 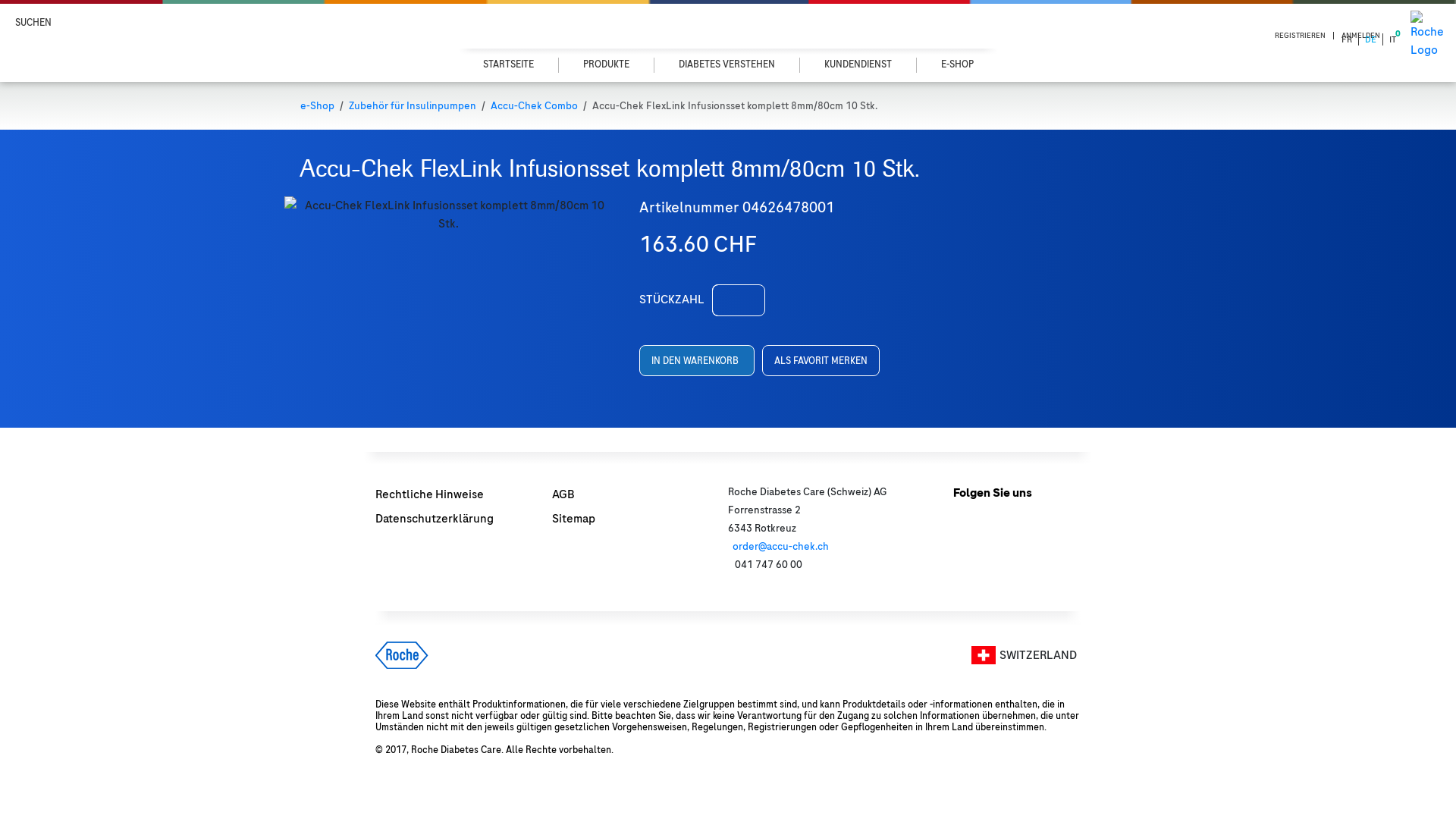 I want to click on 'STARTSEITE', so click(x=508, y=64).